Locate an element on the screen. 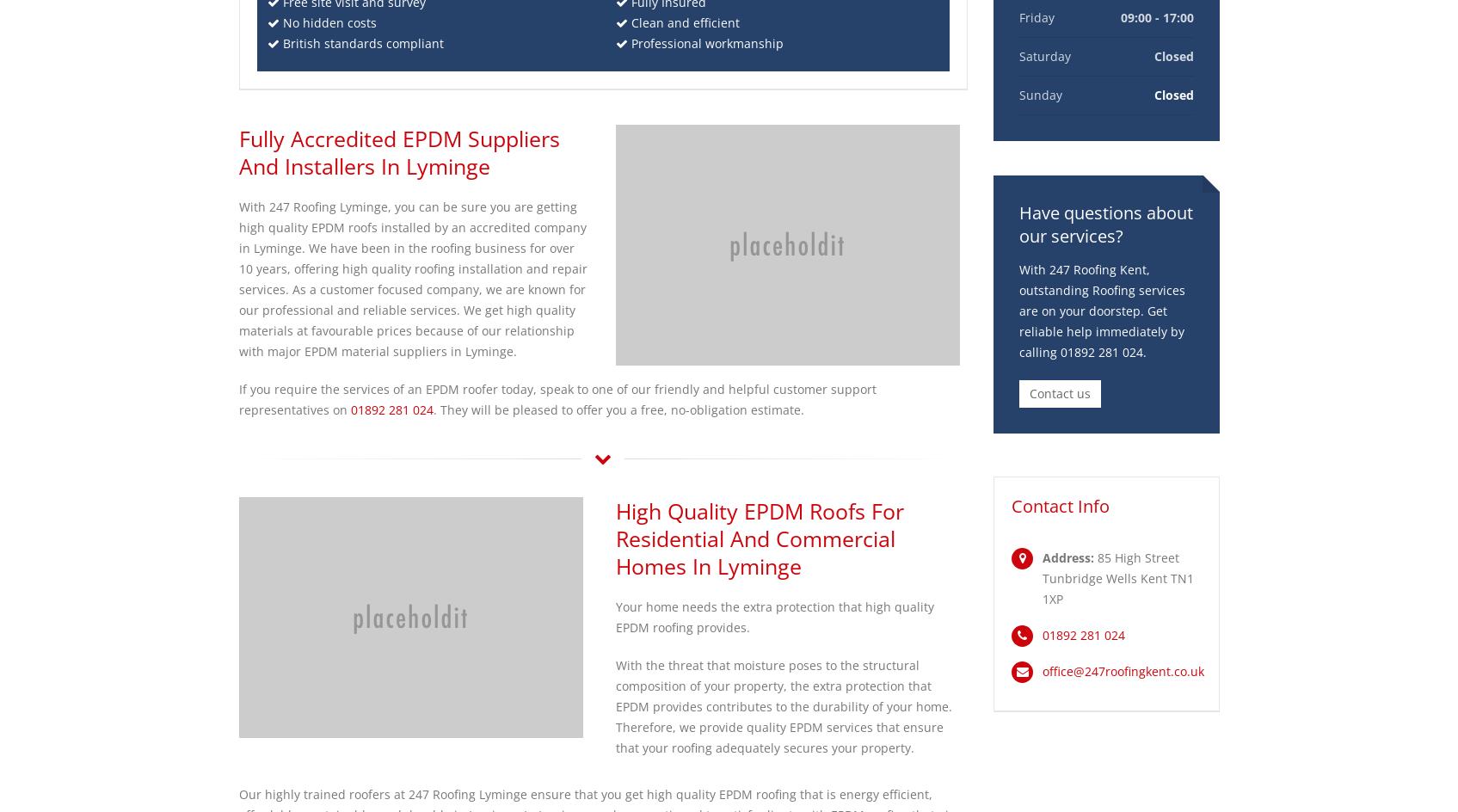  'Contact Info' is located at coordinates (1060, 505).